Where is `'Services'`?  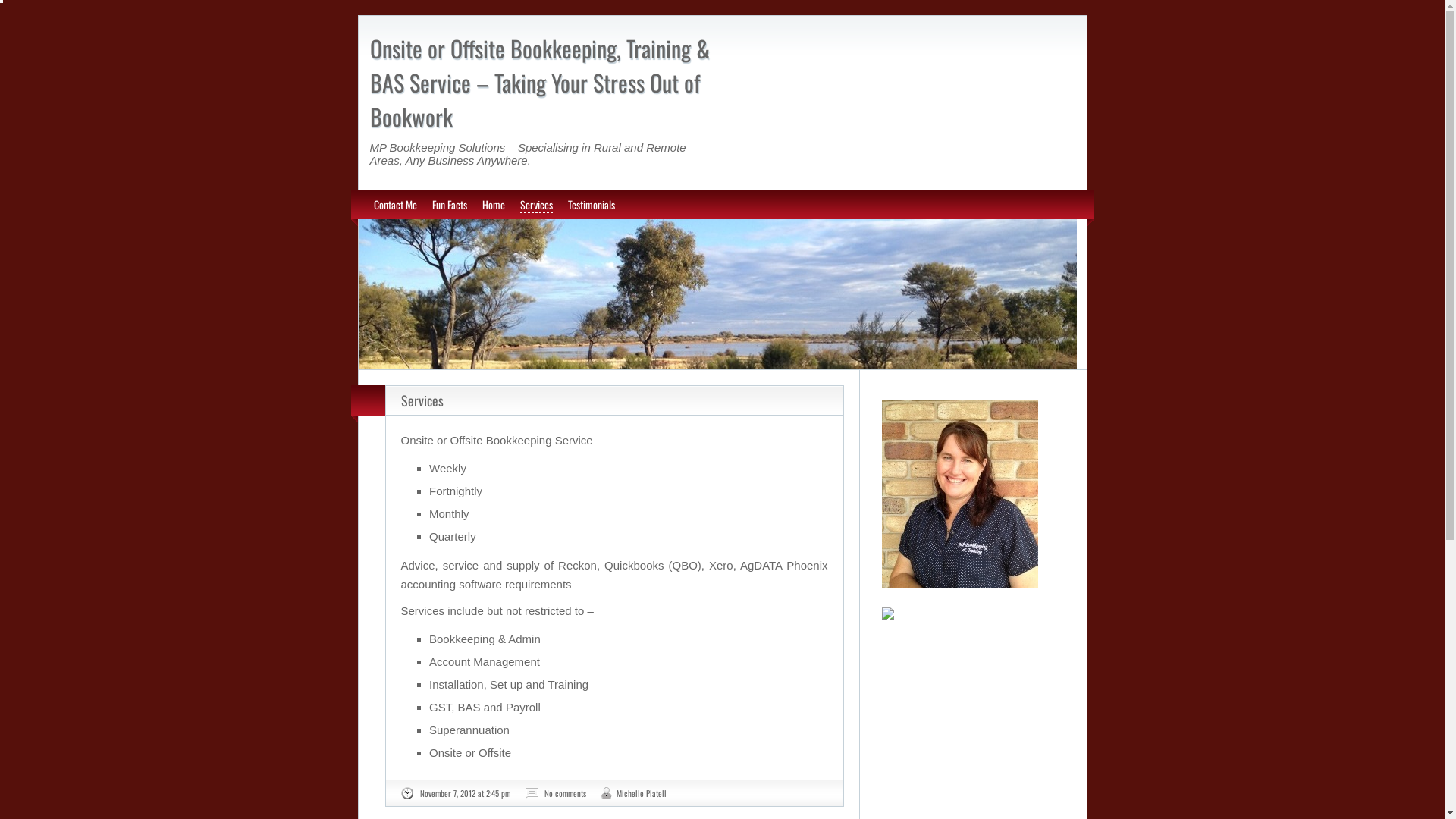 'Services' is located at coordinates (422, 400).